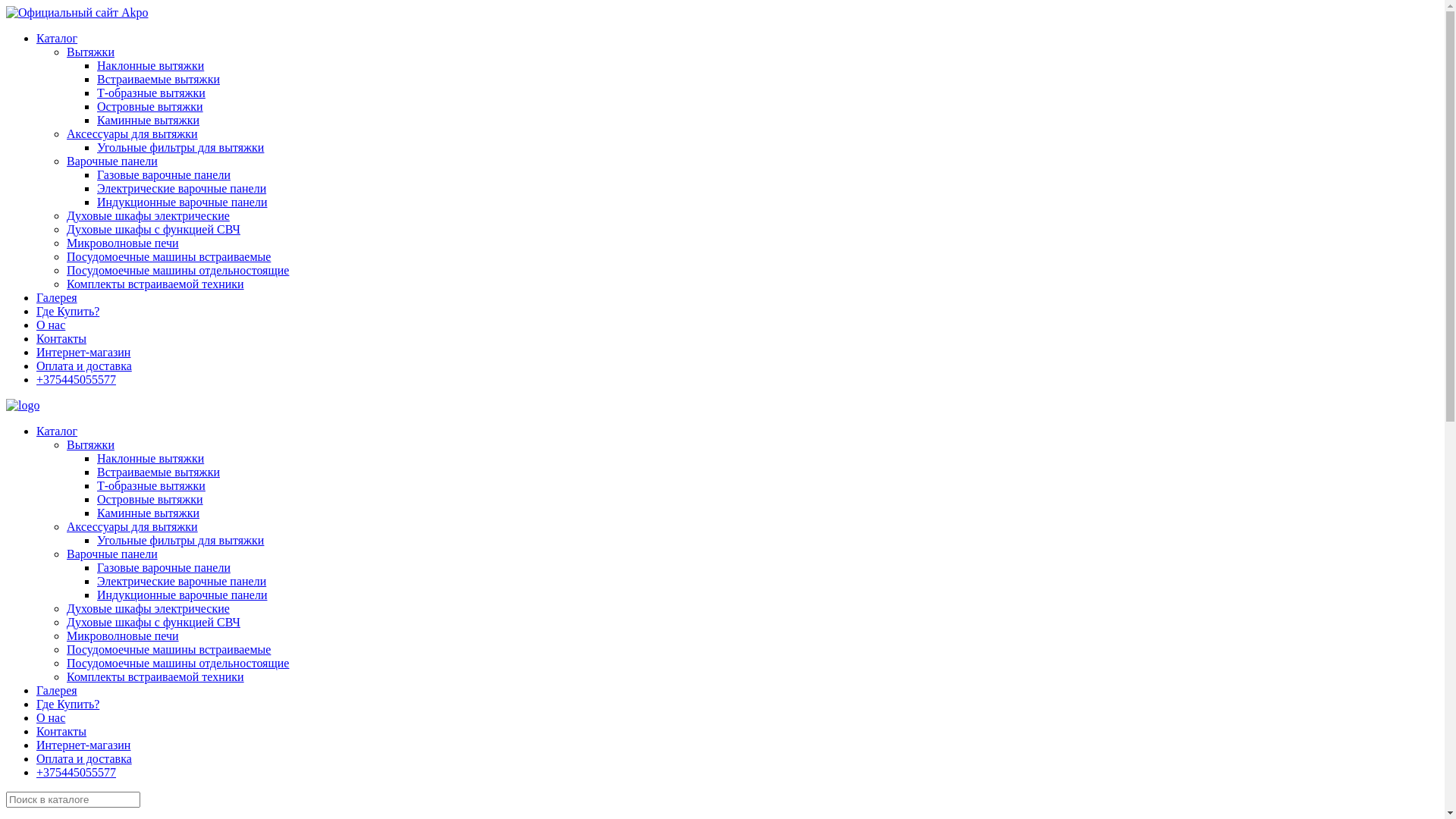 This screenshot has width=1456, height=819. I want to click on '+375445055577', so click(75, 772).